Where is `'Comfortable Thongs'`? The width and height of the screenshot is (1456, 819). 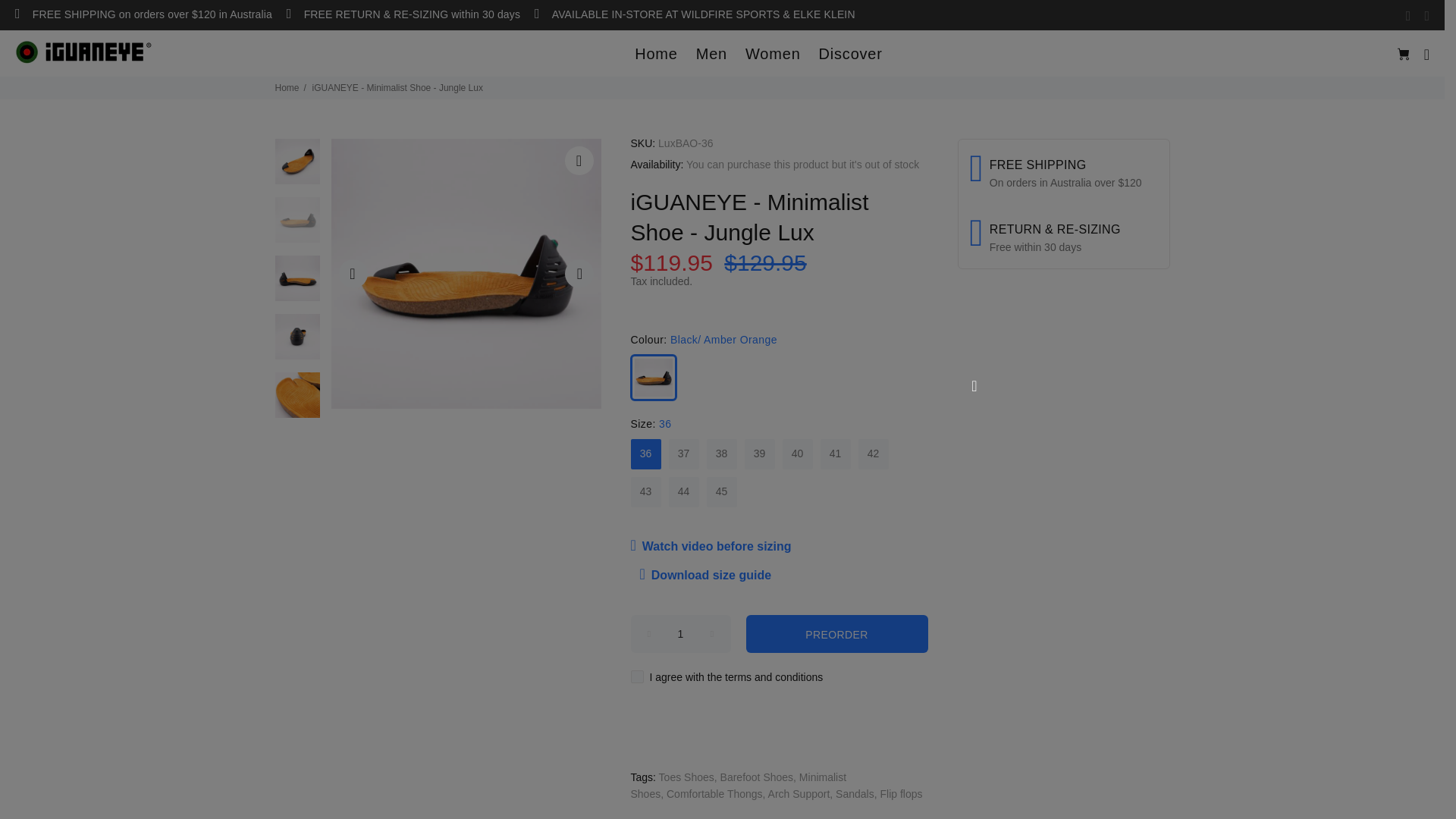
'Comfortable Thongs' is located at coordinates (714, 792).